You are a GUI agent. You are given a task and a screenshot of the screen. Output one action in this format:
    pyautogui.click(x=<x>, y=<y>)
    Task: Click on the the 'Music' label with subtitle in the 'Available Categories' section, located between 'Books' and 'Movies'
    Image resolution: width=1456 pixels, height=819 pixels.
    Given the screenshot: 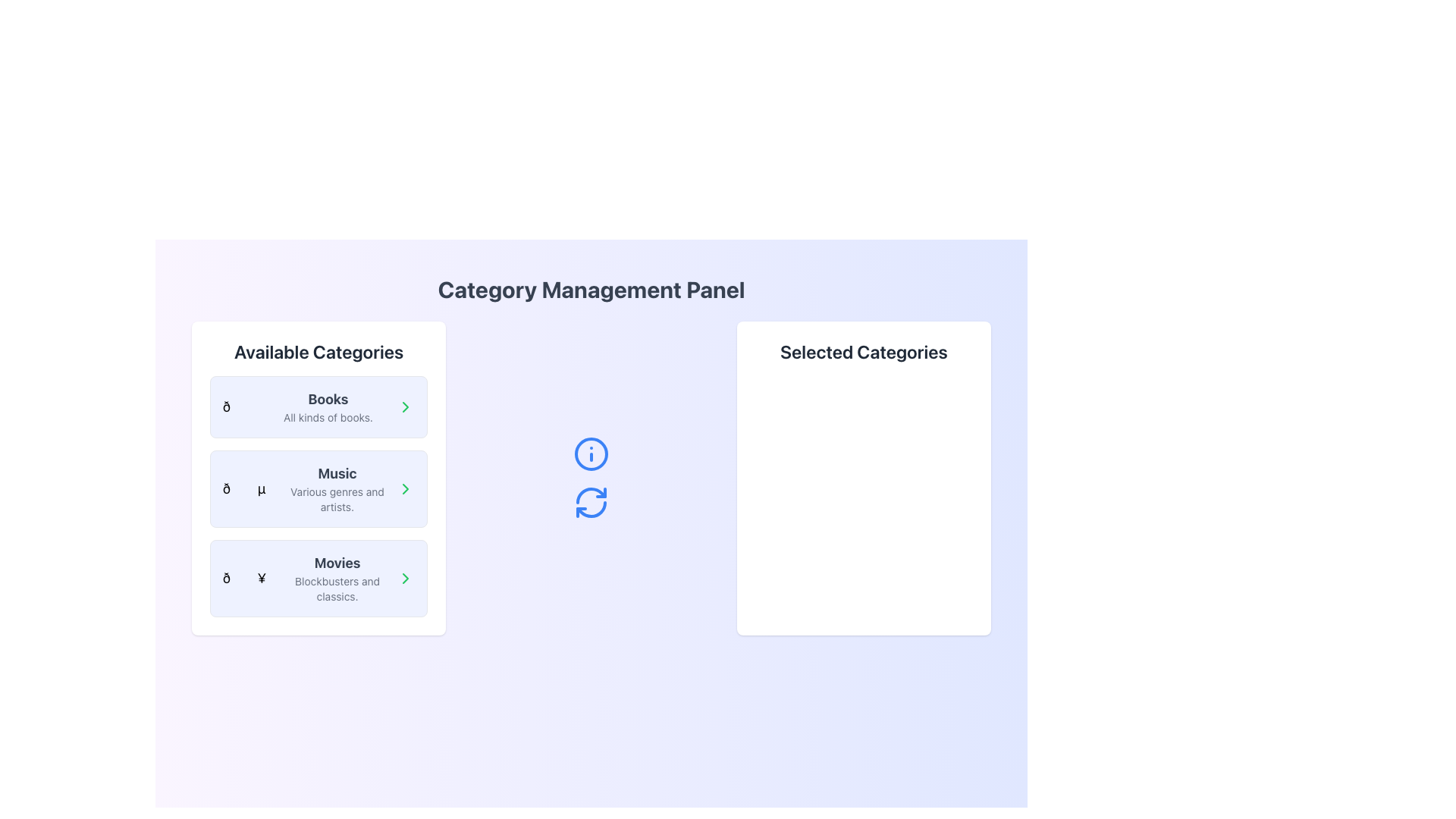 What is the action you would take?
    pyautogui.click(x=336, y=488)
    